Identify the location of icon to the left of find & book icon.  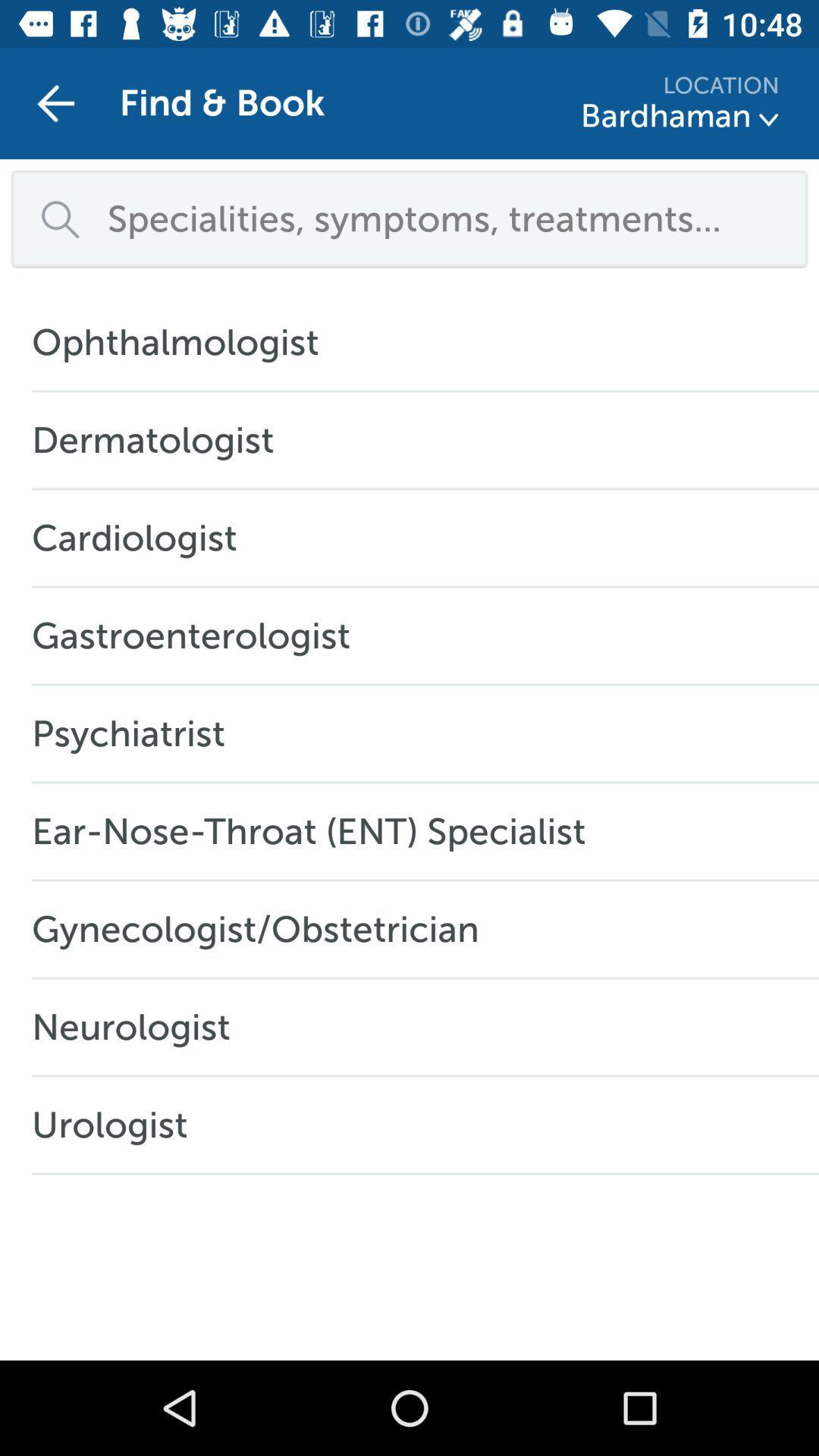
(55, 102).